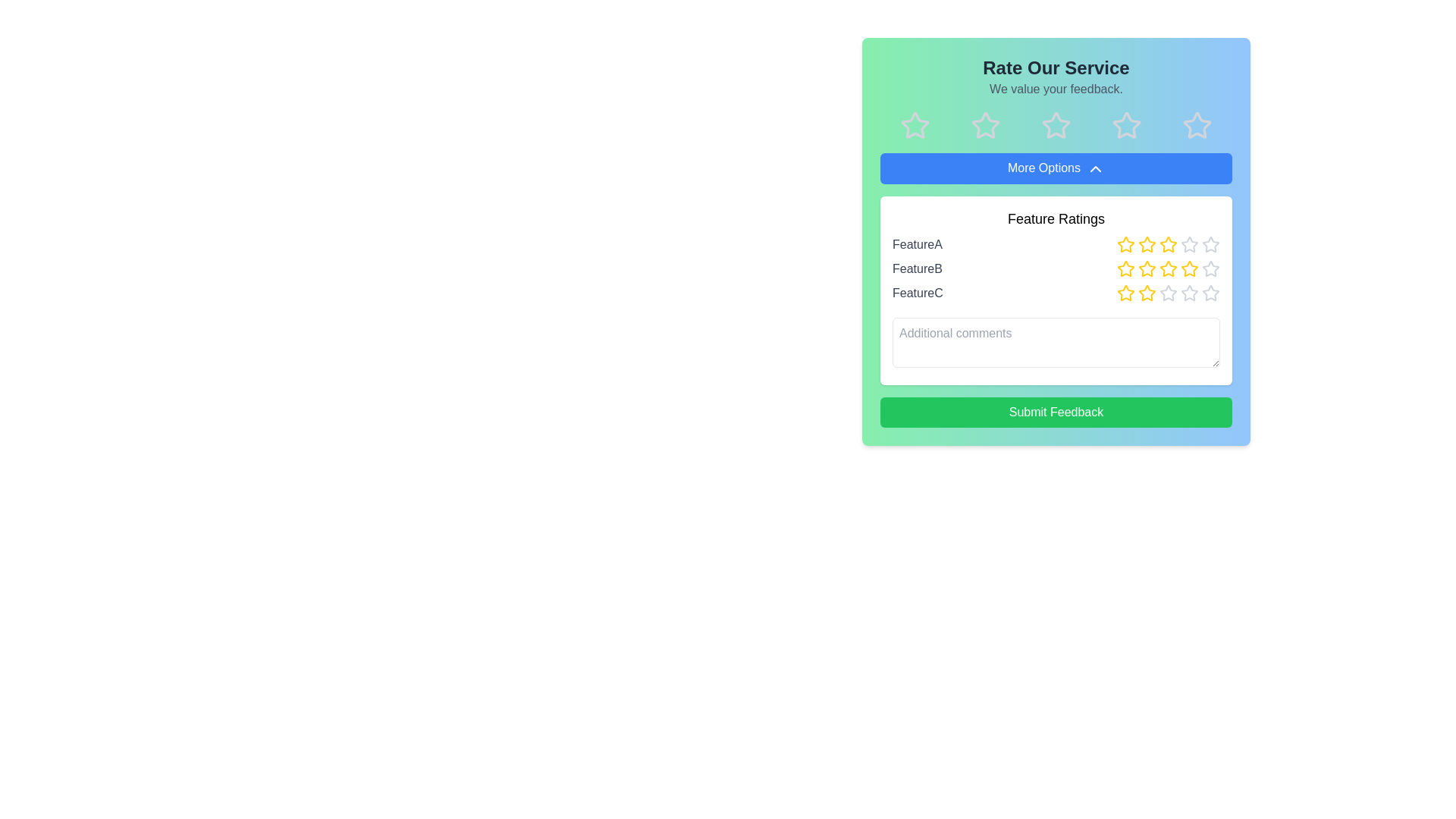 The width and height of the screenshot is (1456, 819). I want to click on the 'More Options' button with a blue background and white text, so click(1055, 168).